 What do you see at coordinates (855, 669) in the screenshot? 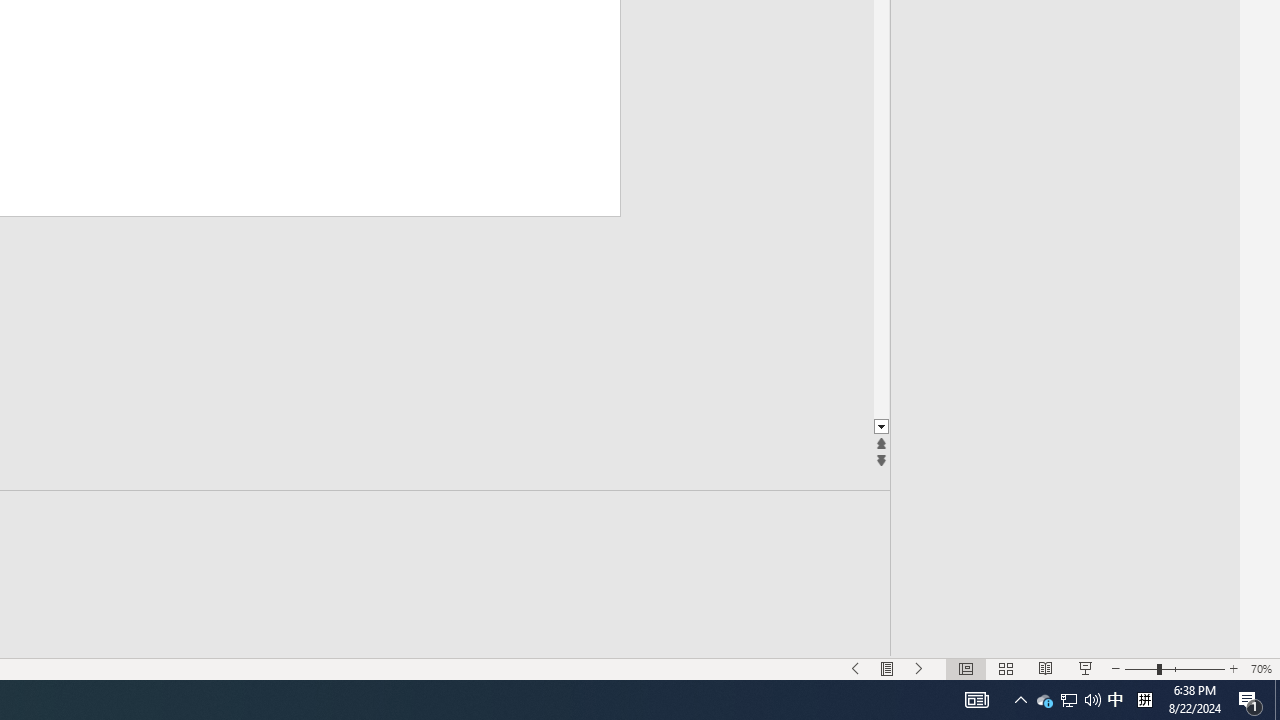
I see `'Slide Show Previous On'` at bounding box center [855, 669].